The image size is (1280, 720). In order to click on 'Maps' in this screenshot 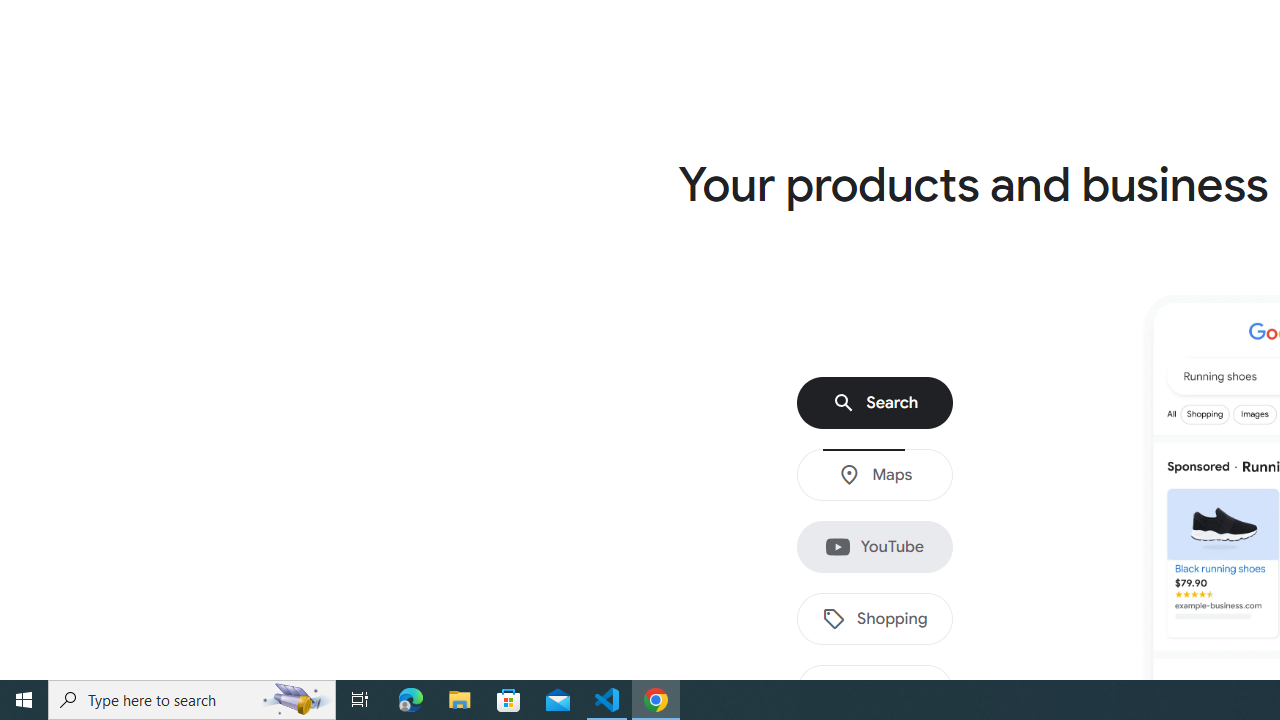, I will do `click(875, 475)`.